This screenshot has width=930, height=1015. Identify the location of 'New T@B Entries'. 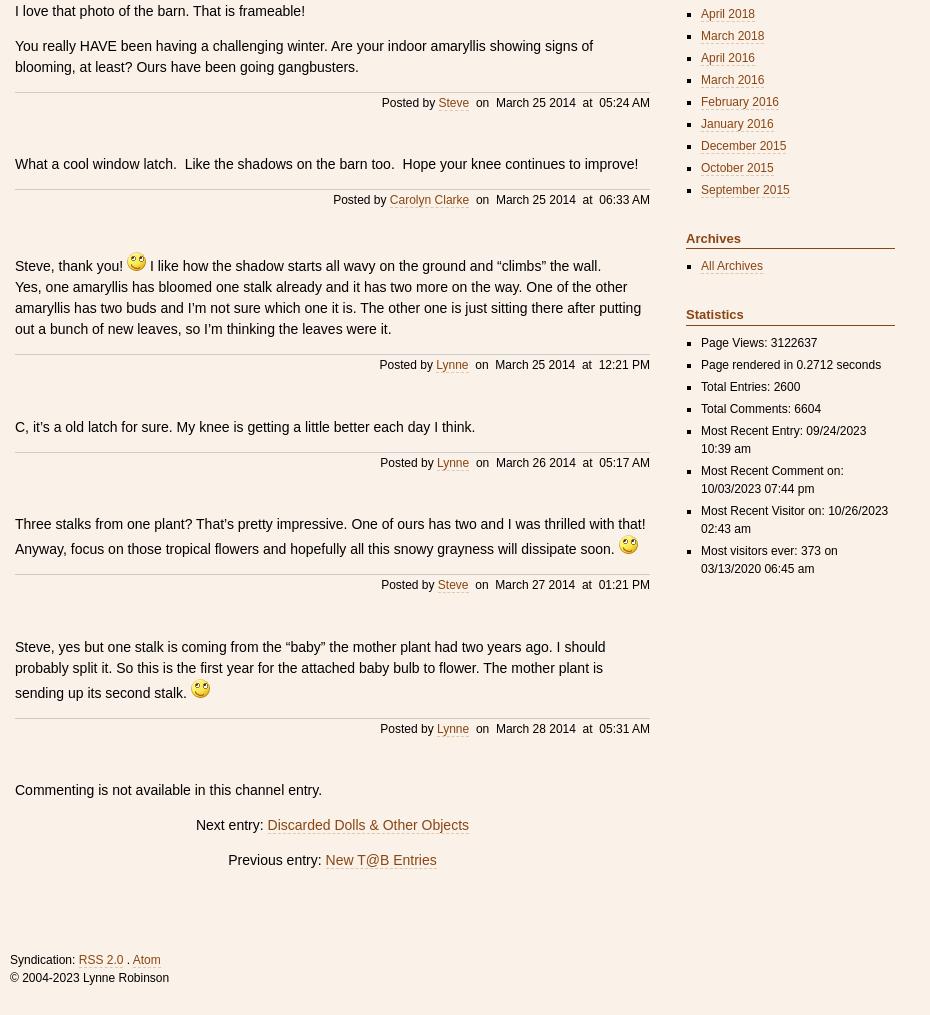
(379, 860).